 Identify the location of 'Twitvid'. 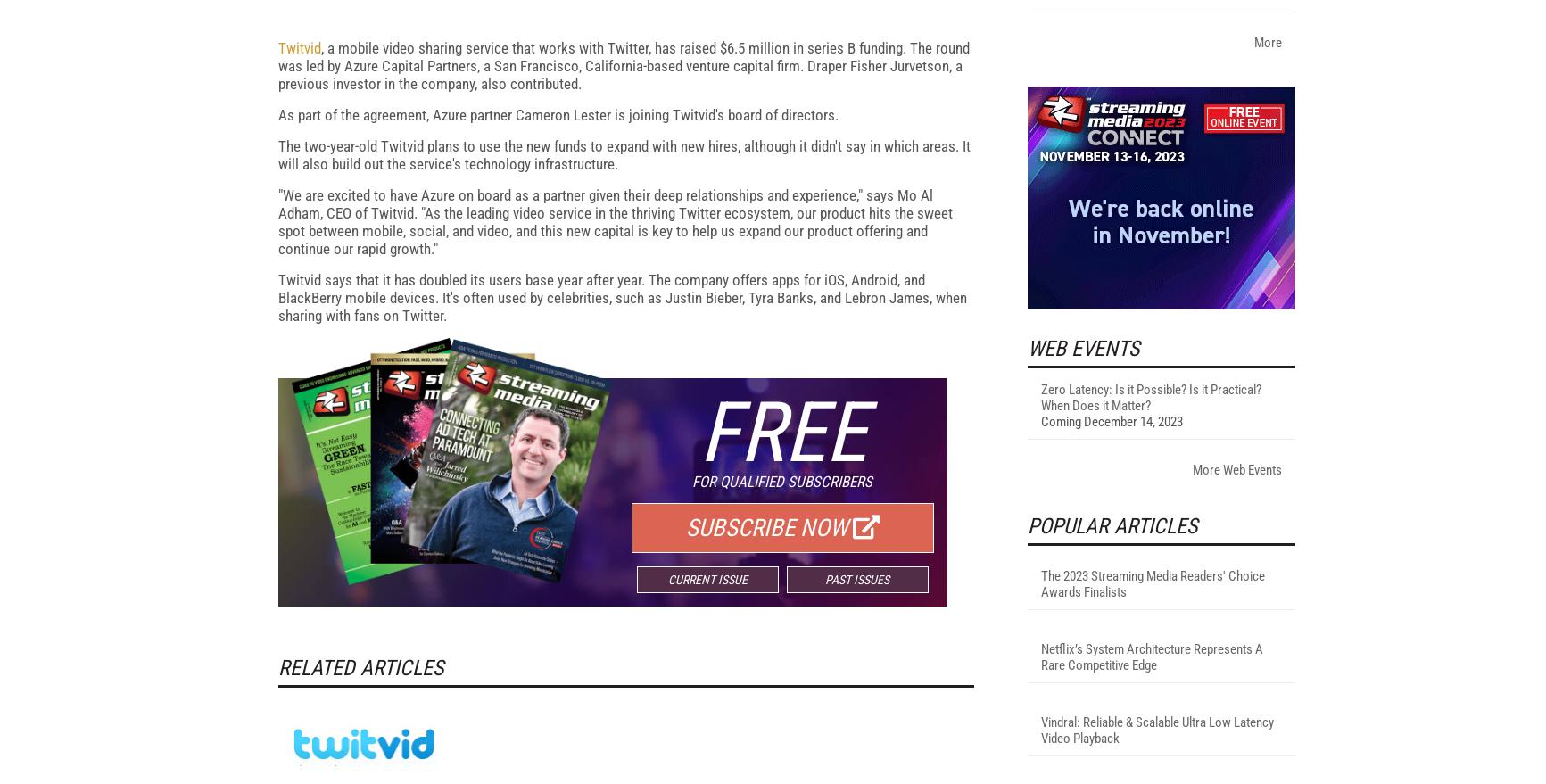
(297, 281).